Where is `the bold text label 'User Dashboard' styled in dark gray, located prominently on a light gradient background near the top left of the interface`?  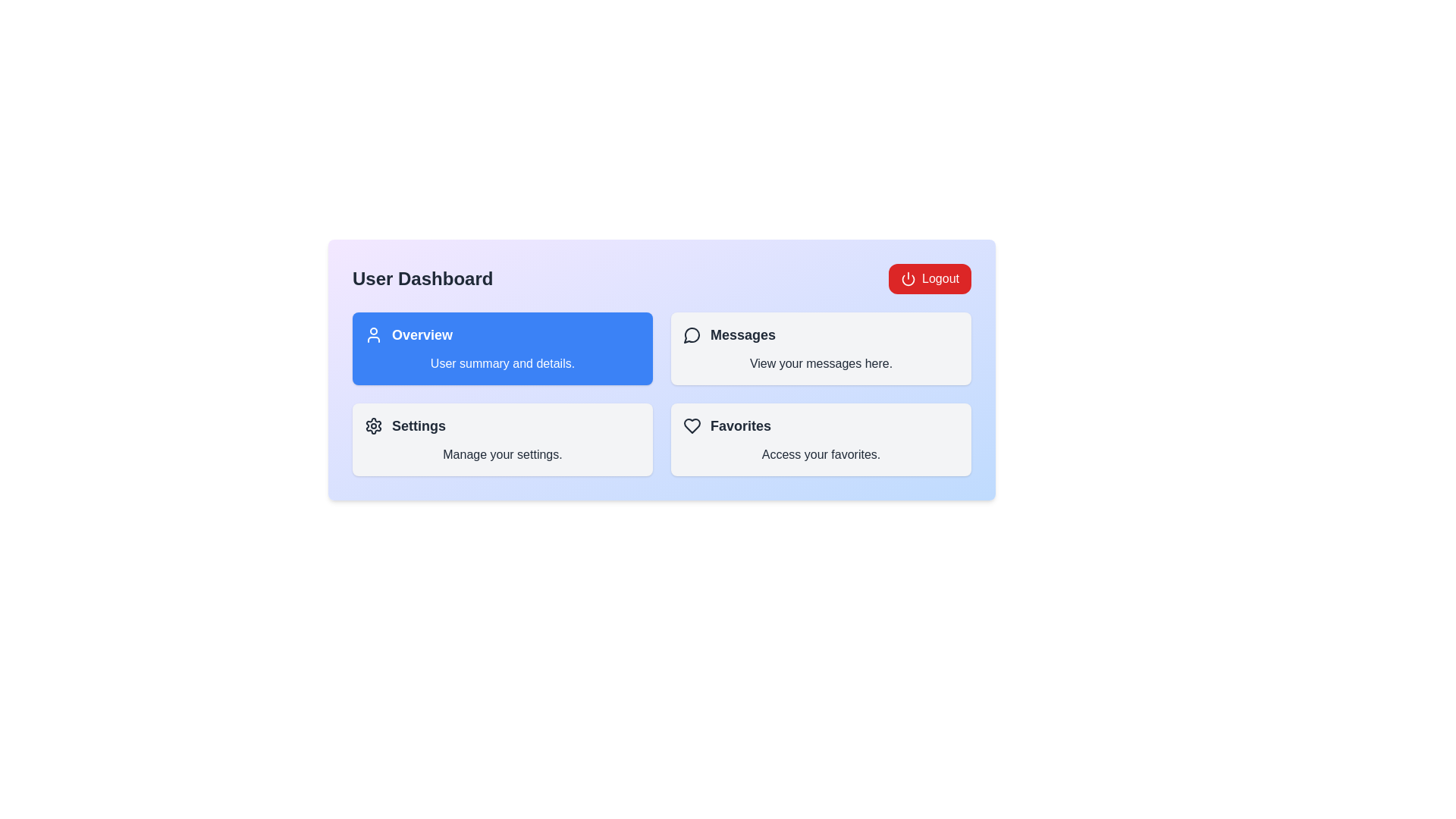
the bold text label 'User Dashboard' styled in dark gray, located prominently on a light gradient background near the top left of the interface is located at coordinates (422, 278).